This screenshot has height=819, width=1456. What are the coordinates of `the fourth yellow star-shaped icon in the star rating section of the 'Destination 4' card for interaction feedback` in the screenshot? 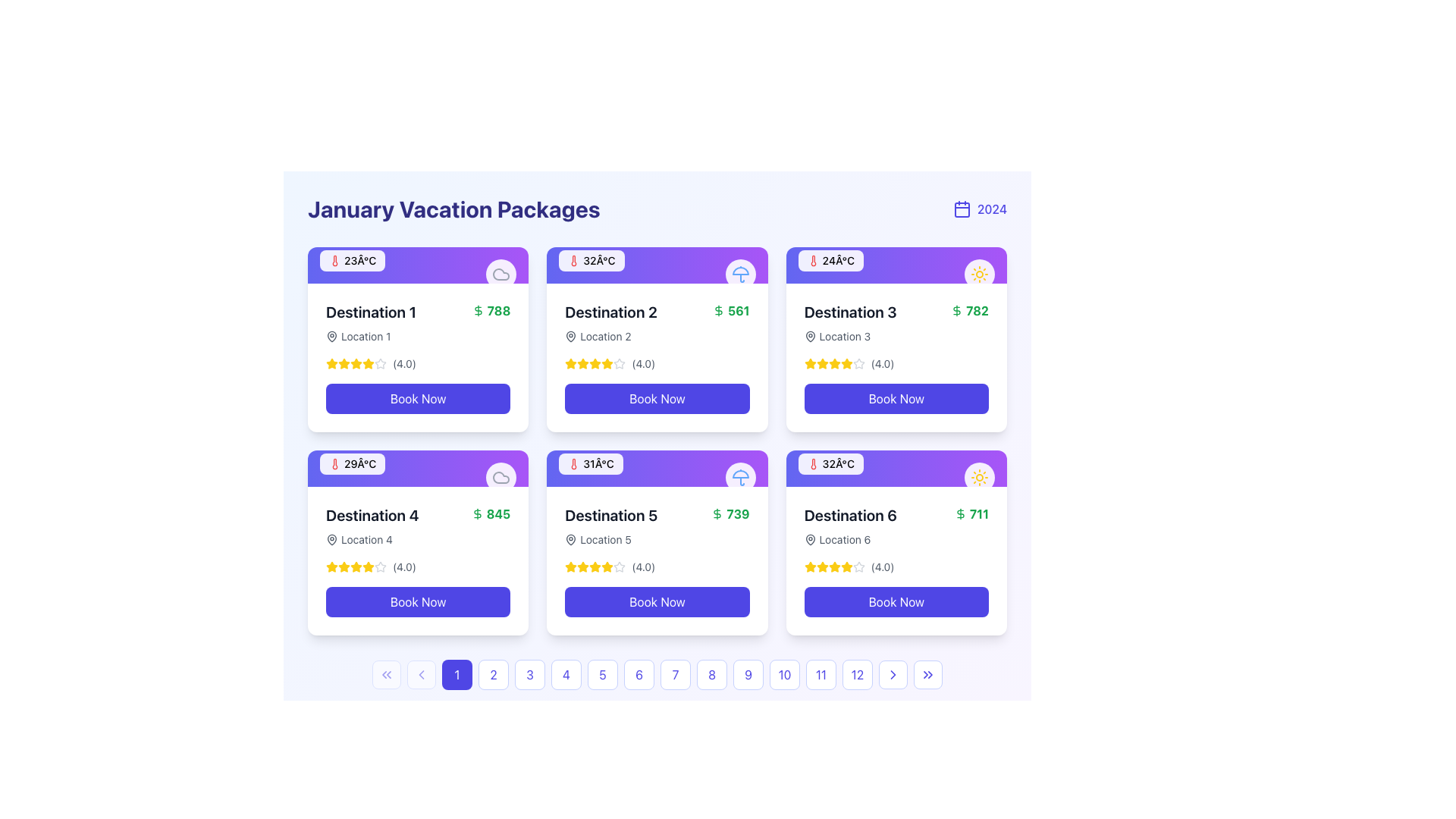 It's located at (331, 566).